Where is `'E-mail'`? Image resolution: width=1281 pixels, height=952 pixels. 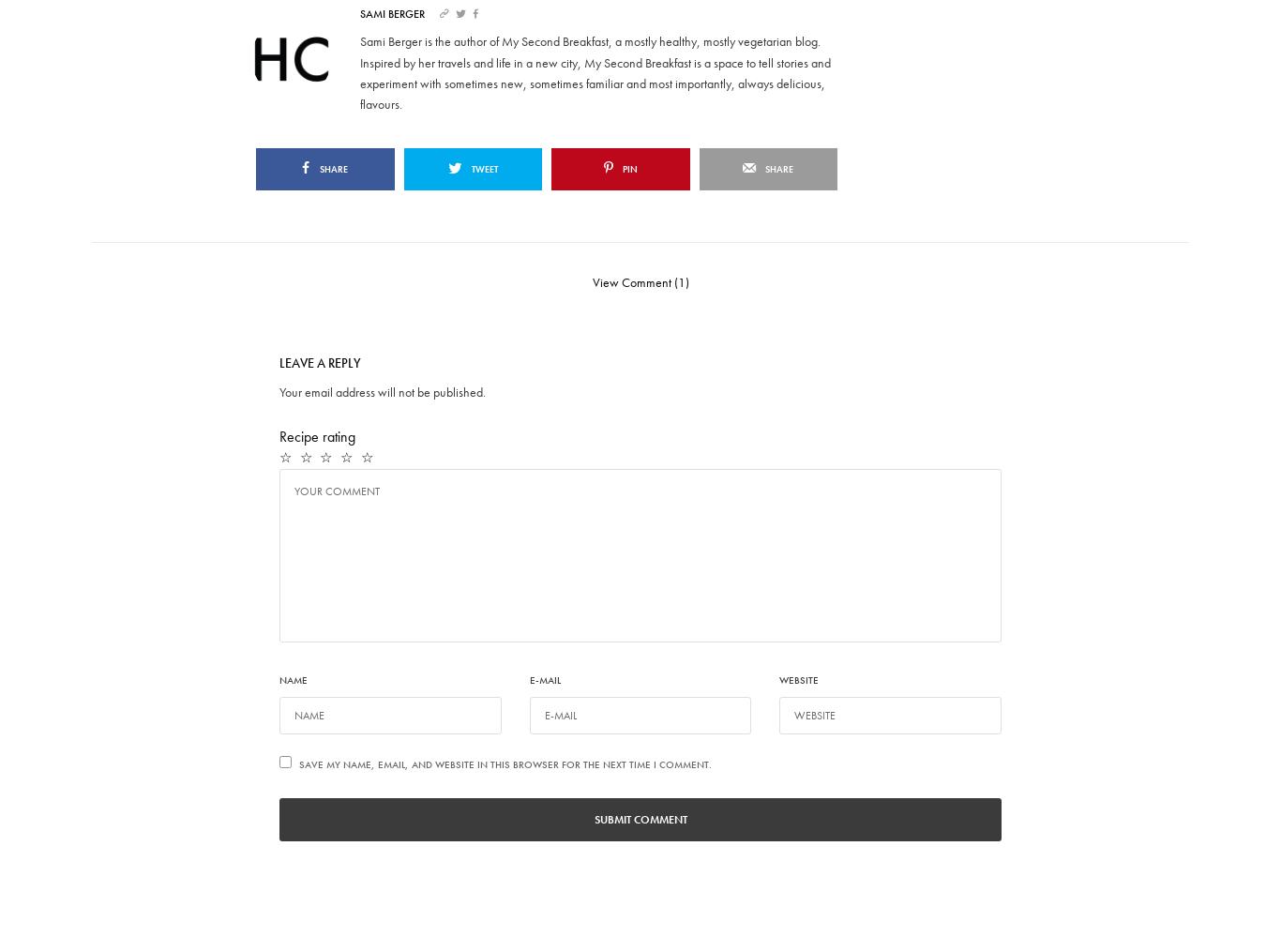
'E-mail' is located at coordinates (529, 678).